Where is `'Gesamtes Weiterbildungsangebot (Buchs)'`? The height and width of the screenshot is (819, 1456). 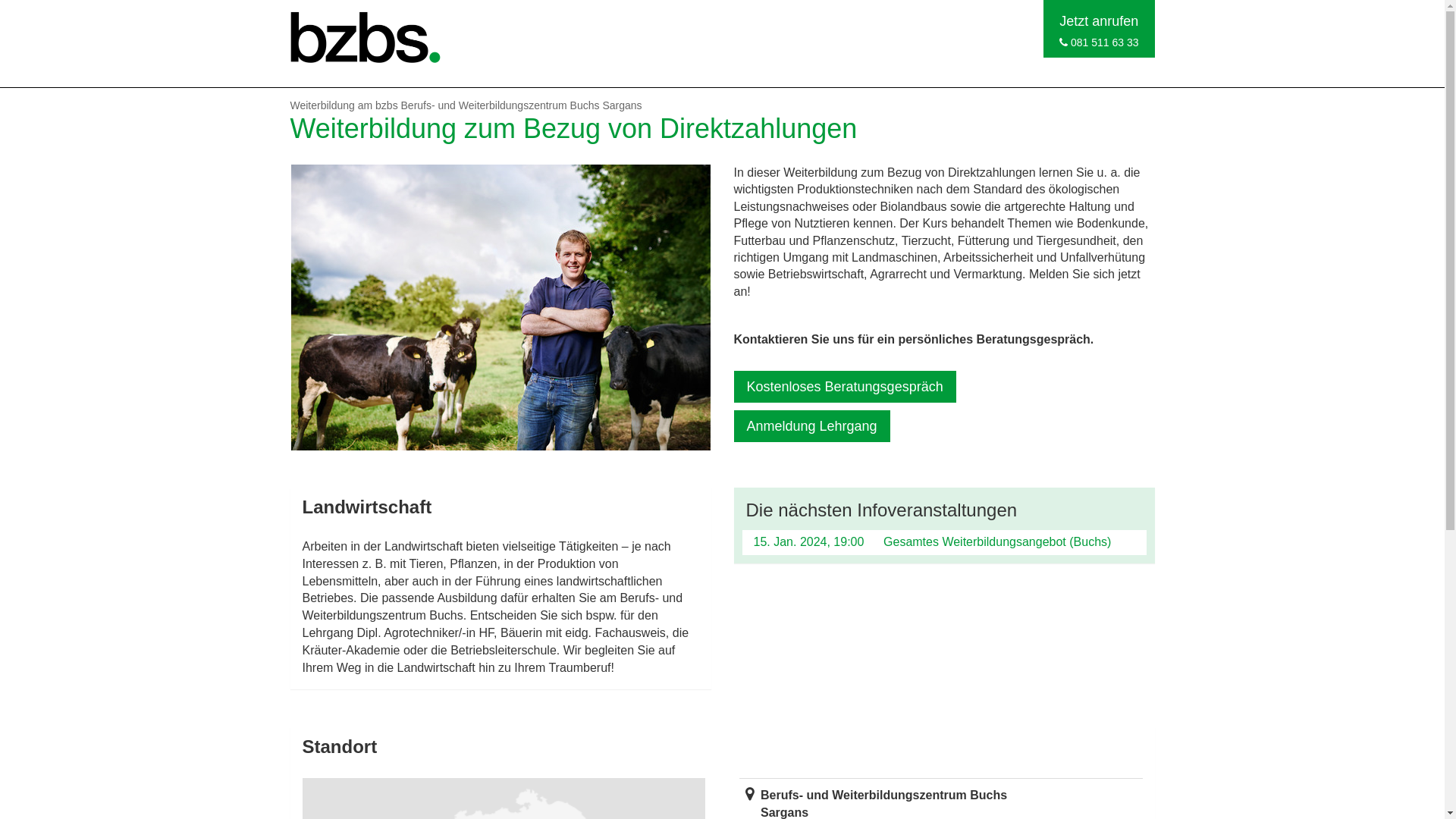 'Gesamtes Weiterbildungsangebot (Buchs)' is located at coordinates (997, 541).